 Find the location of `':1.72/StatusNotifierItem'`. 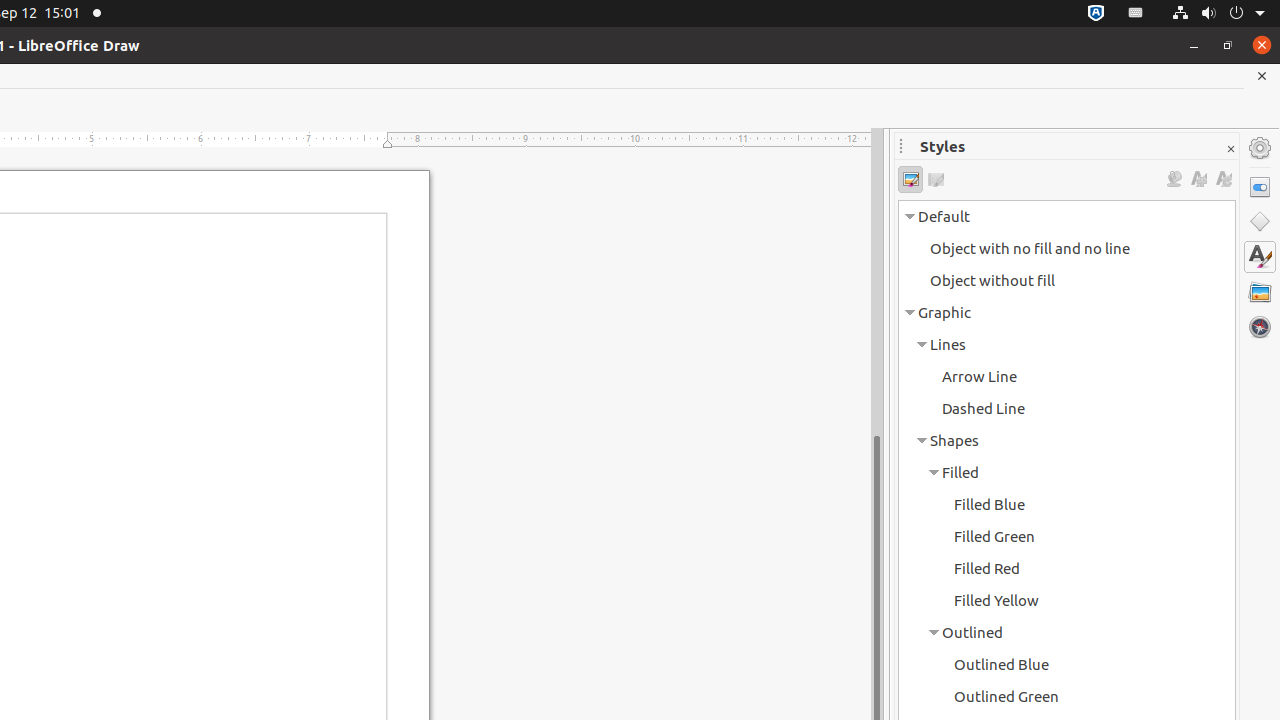

':1.72/StatusNotifierItem' is located at coordinates (1094, 13).